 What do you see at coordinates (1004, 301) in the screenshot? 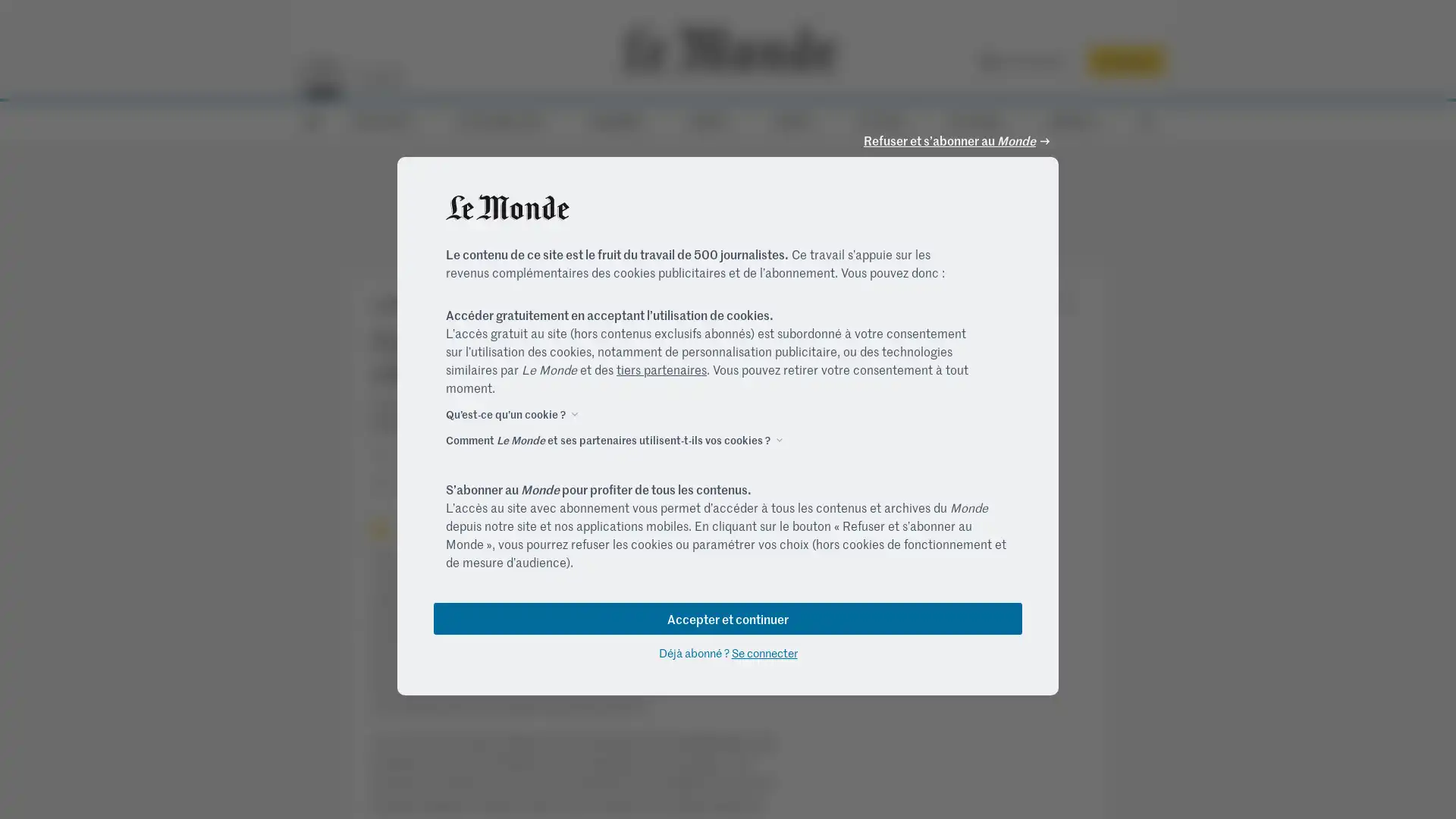
I see `Partage desactive` at bounding box center [1004, 301].